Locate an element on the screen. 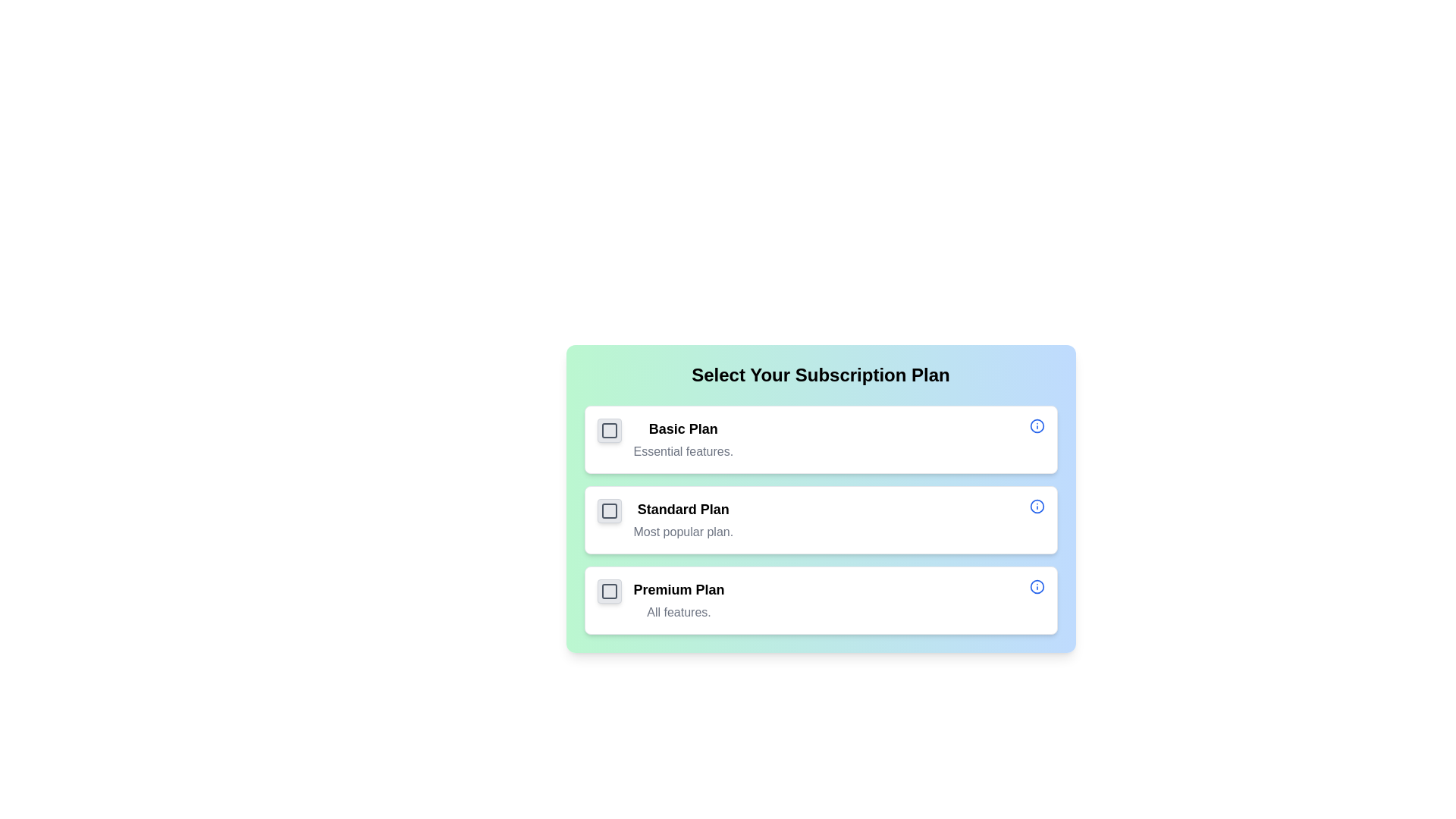 This screenshot has height=819, width=1456. the outermost circular SVG shape located inside the SVG icon on the right side of the 'Basic Plan' option card in the subscription selection interface is located at coordinates (1036, 426).